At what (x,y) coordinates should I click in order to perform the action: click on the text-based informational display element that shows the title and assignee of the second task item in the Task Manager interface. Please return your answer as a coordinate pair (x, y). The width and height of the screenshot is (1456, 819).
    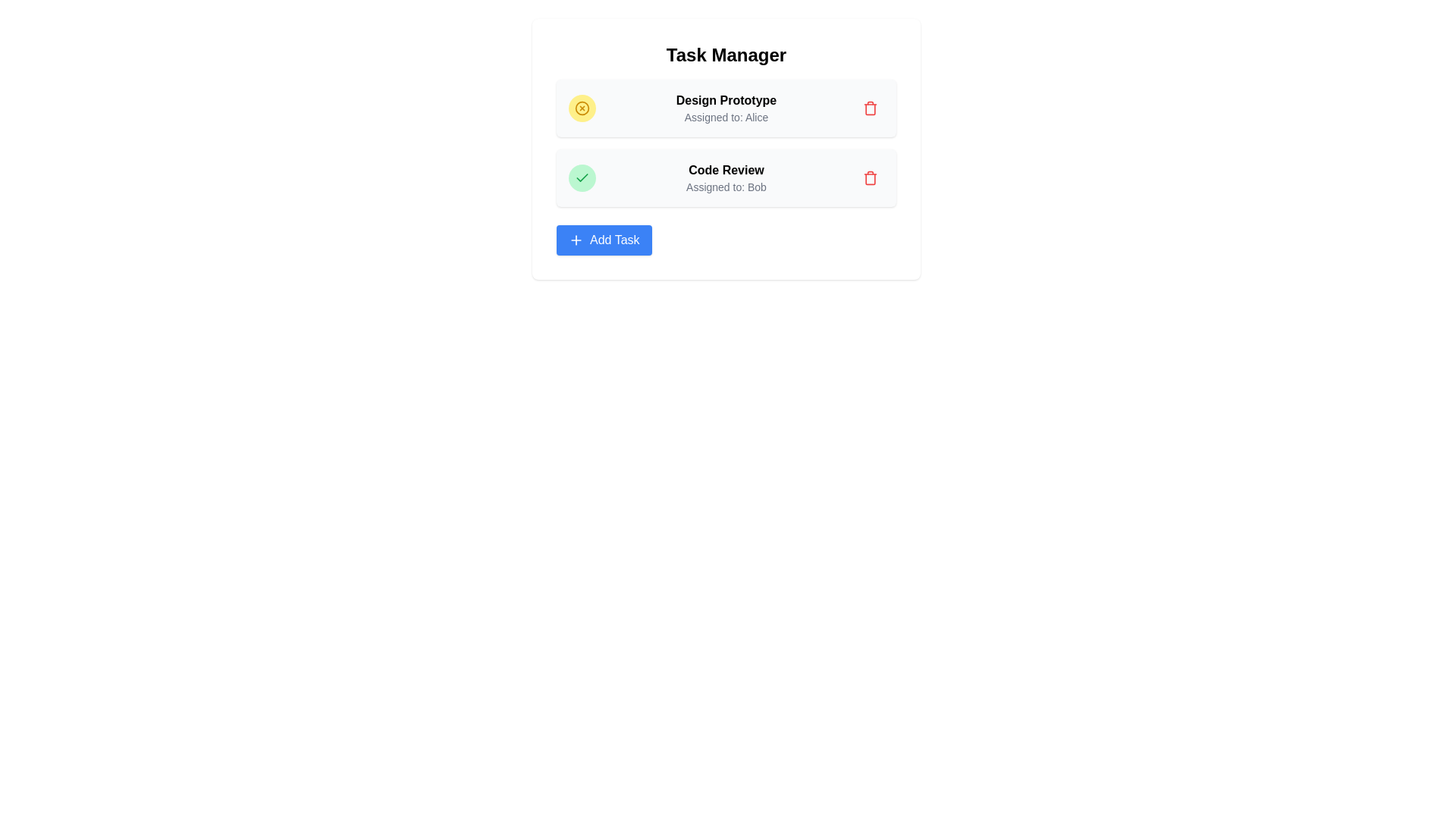
    Looking at the image, I should click on (726, 177).